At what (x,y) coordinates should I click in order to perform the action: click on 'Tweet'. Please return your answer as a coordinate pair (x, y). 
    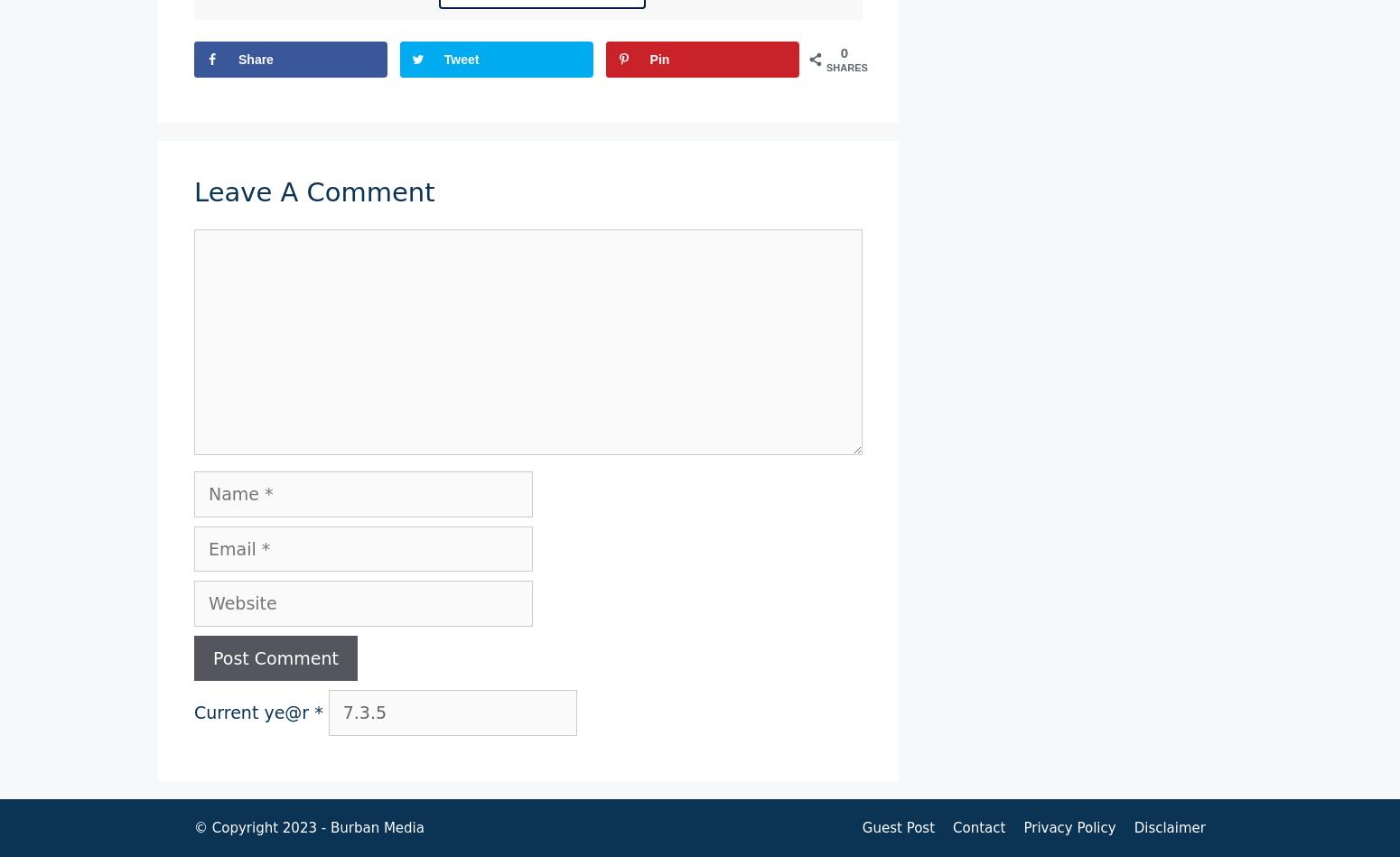
    Looking at the image, I should click on (443, 59).